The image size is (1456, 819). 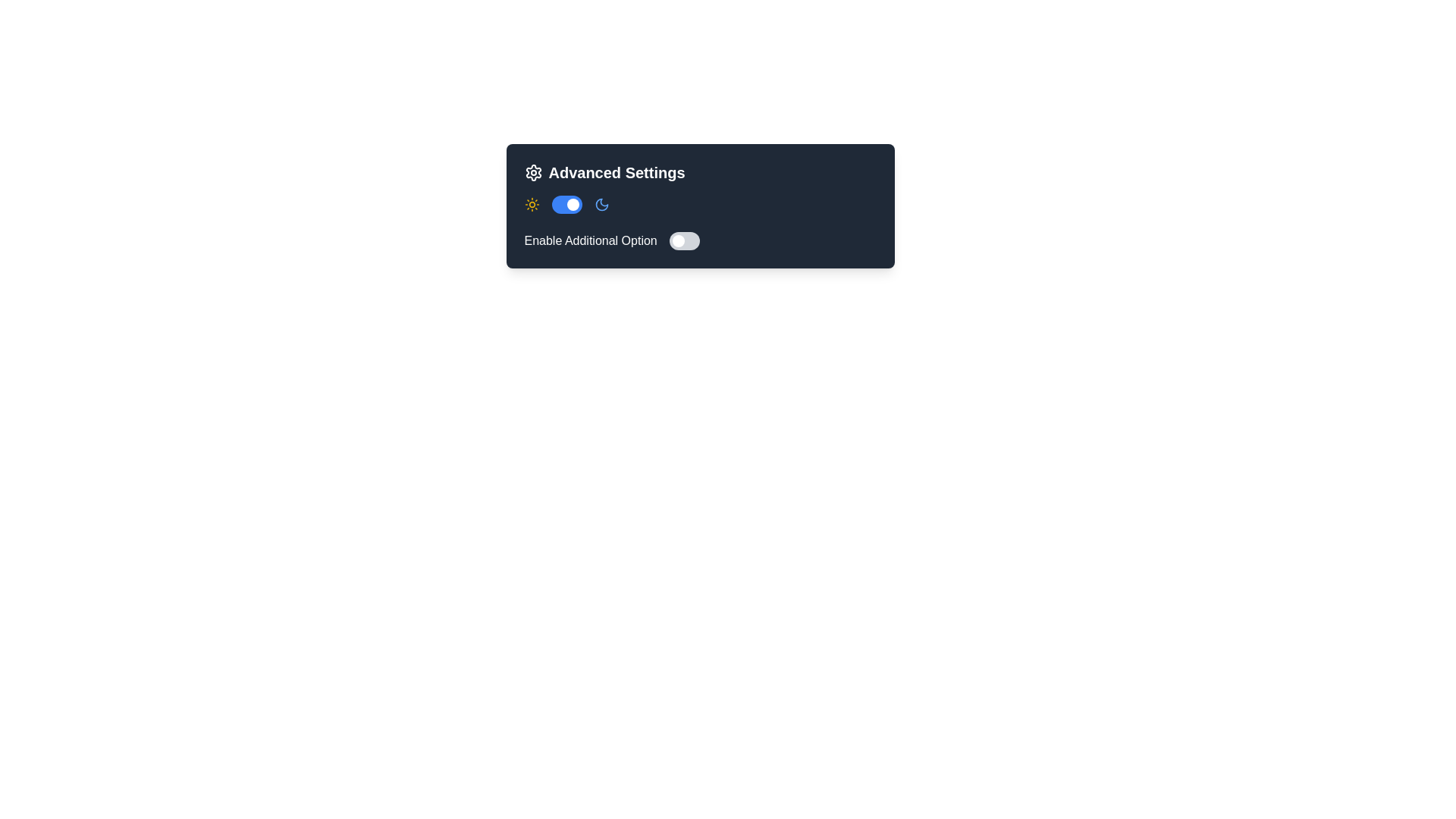 What do you see at coordinates (601, 205) in the screenshot?
I see `the blue circular moon icon that indicates the night mode toggle, located in the middle-right section of the interface` at bounding box center [601, 205].